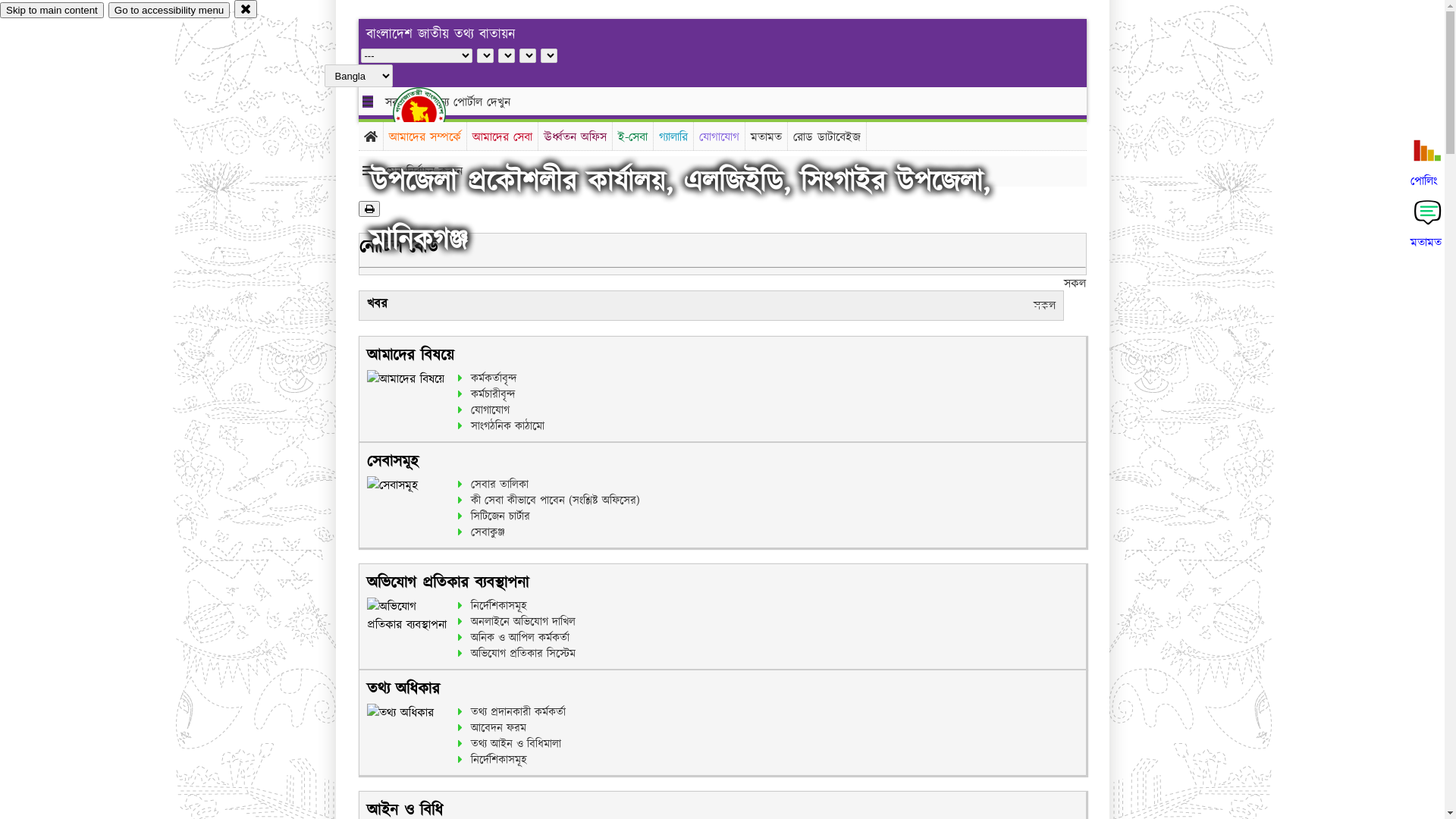 This screenshot has width=1456, height=819. I want to click on 'Go to accessibility menu', so click(168, 10).